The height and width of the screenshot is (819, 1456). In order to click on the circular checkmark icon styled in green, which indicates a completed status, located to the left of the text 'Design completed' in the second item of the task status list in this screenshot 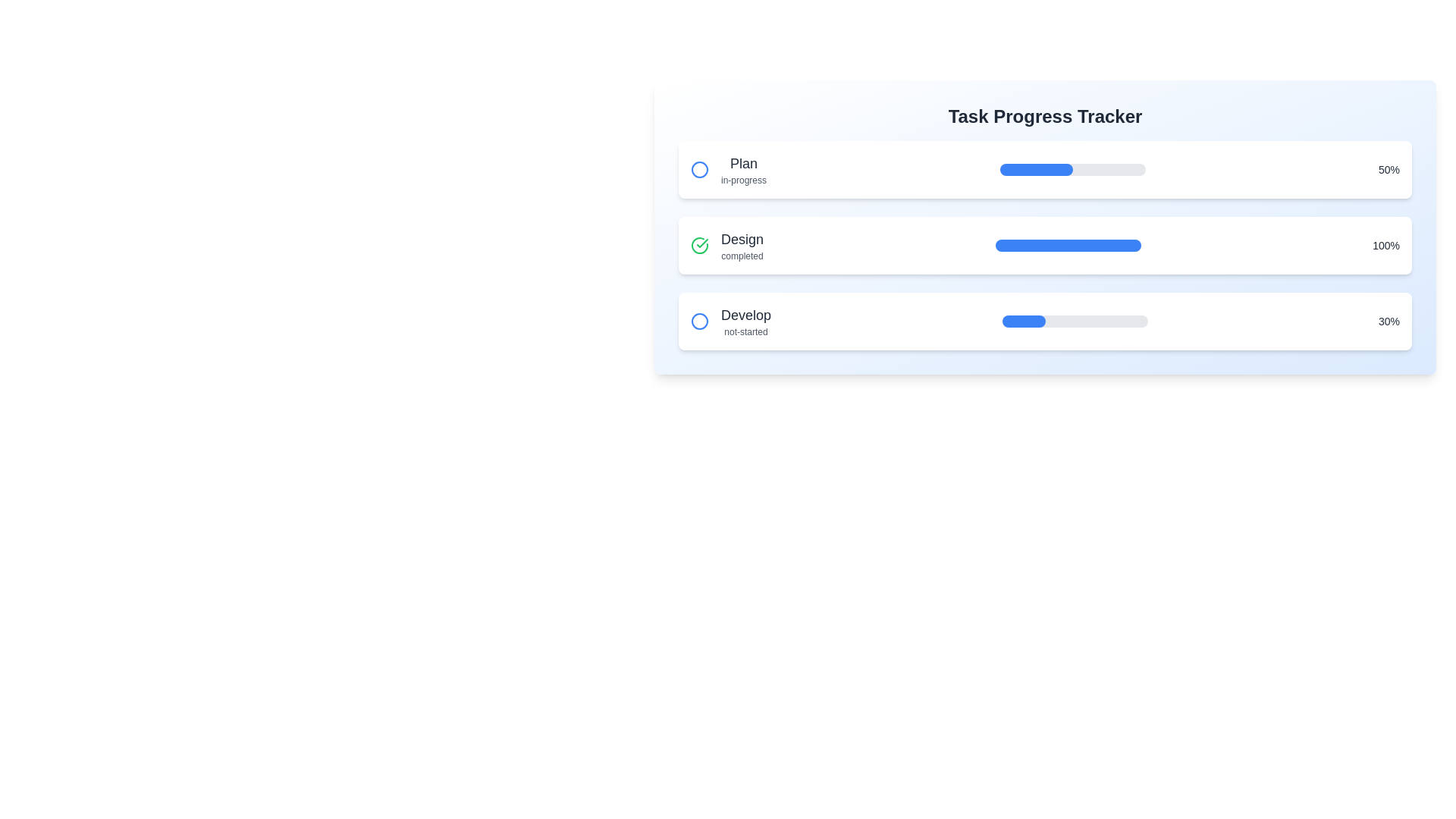, I will do `click(698, 245)`.